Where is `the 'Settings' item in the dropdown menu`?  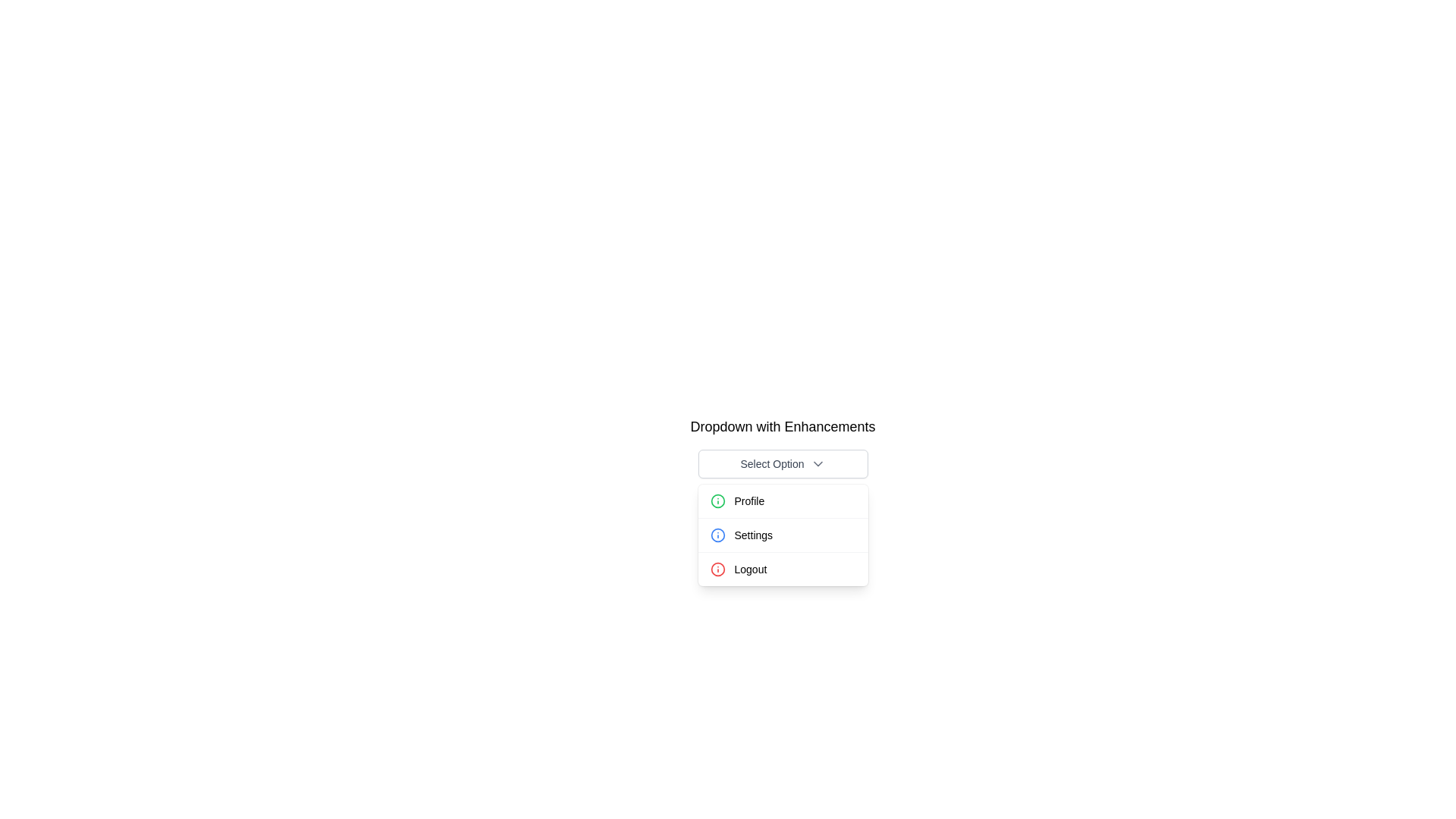 the 'Settings' item in the dropdown menu is located at coordinates (783, 534).